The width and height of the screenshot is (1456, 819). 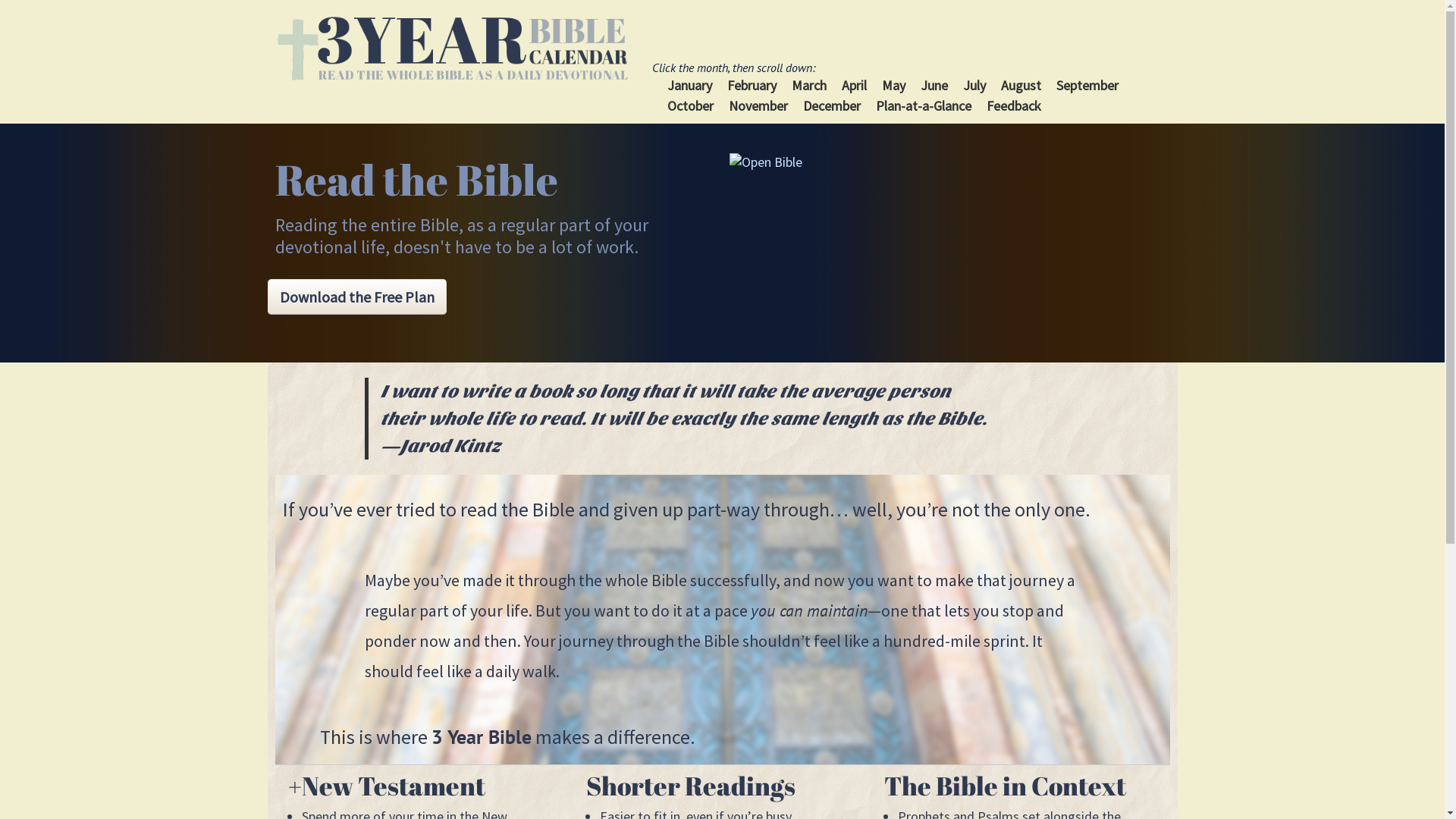 I want to click on 'November', so click(x=758, y=105).